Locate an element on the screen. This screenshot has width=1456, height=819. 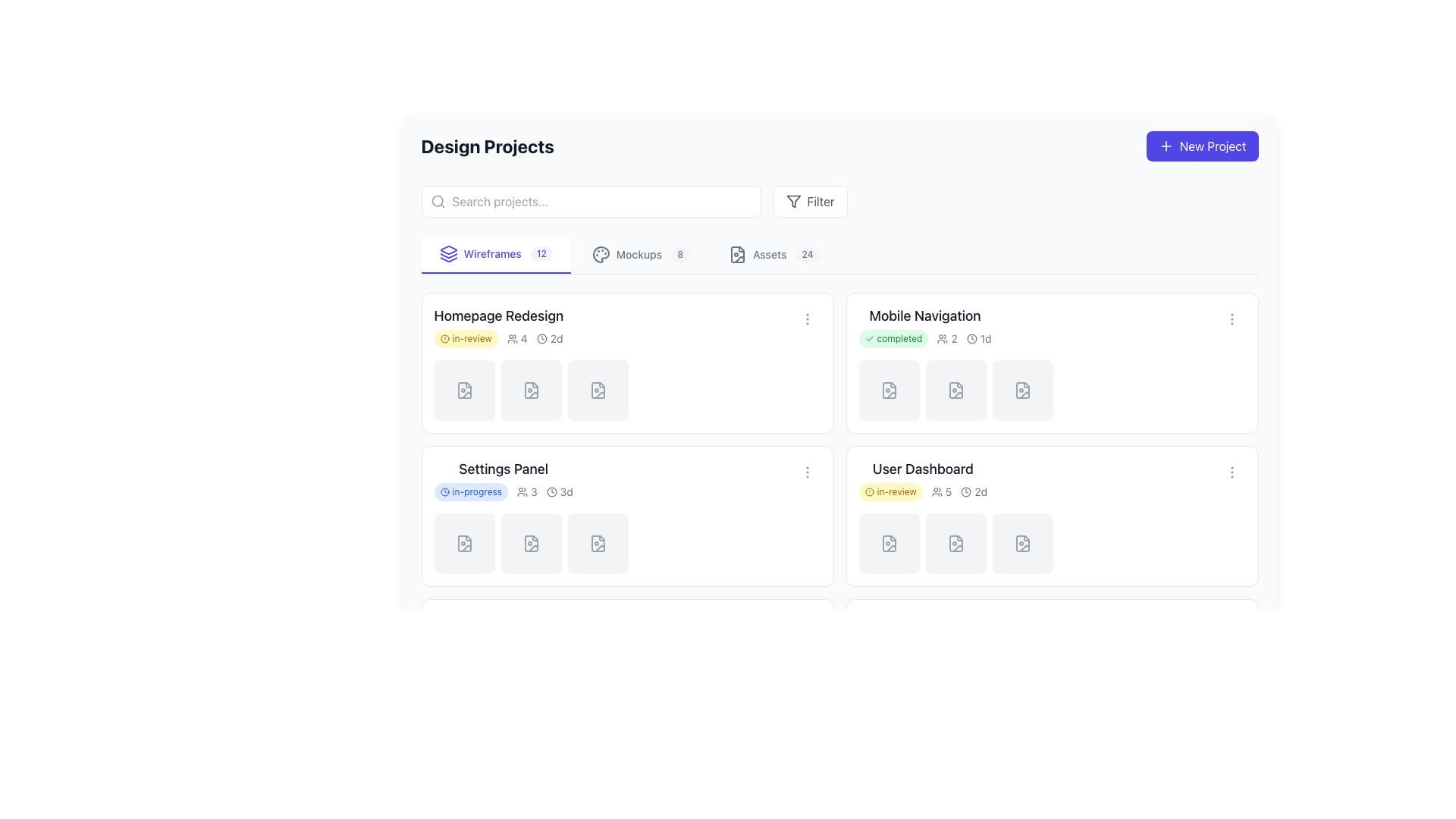
time information displayed in the text label with an icon that shows '2 days' located at the bottom-right of the User Dashboard card, next to the user count indicator is located at coordinates (974, 491).